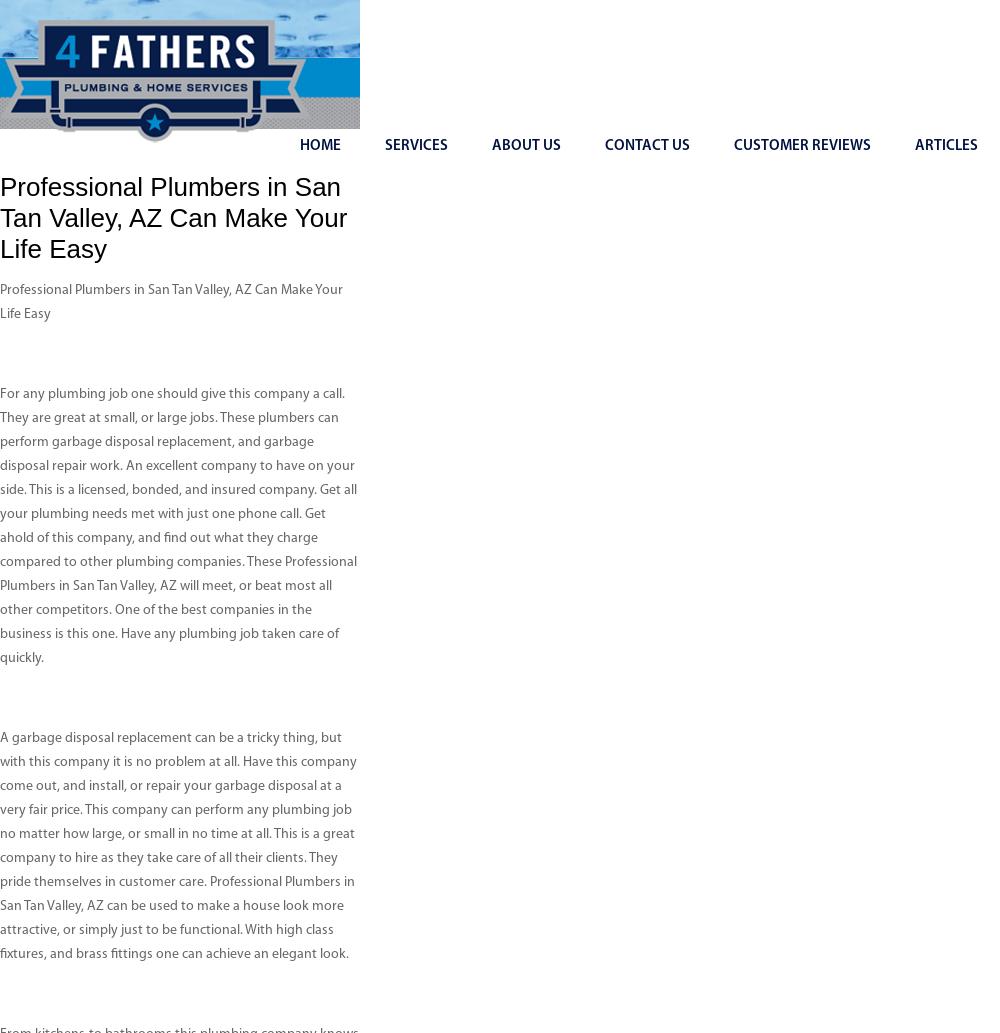 The width and height of the screenshot is (1000, 1033). What do you see at coordinates (802, 146) in the screenshot?
I see `'Customer Reviews'` at bounding box center [802, 146].